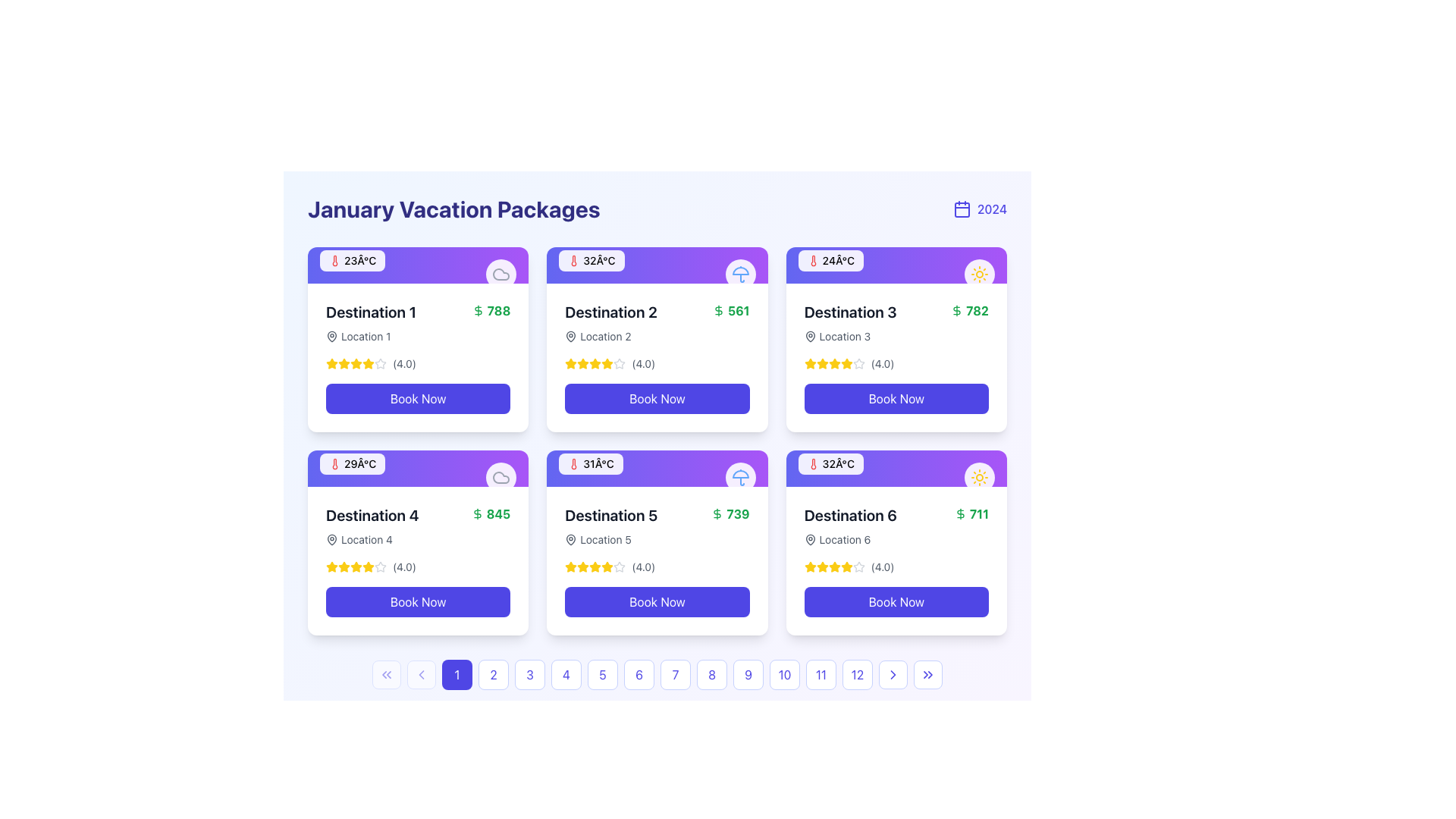 Image resolution: width=1456 pixels, height=819 pixels. What do you see at coordinates (858, 567) in the screenshot?
I see `the fifth star icon in the star rating feature located beneath the heading 'Destination 6'` at bounding box center [858, 567].